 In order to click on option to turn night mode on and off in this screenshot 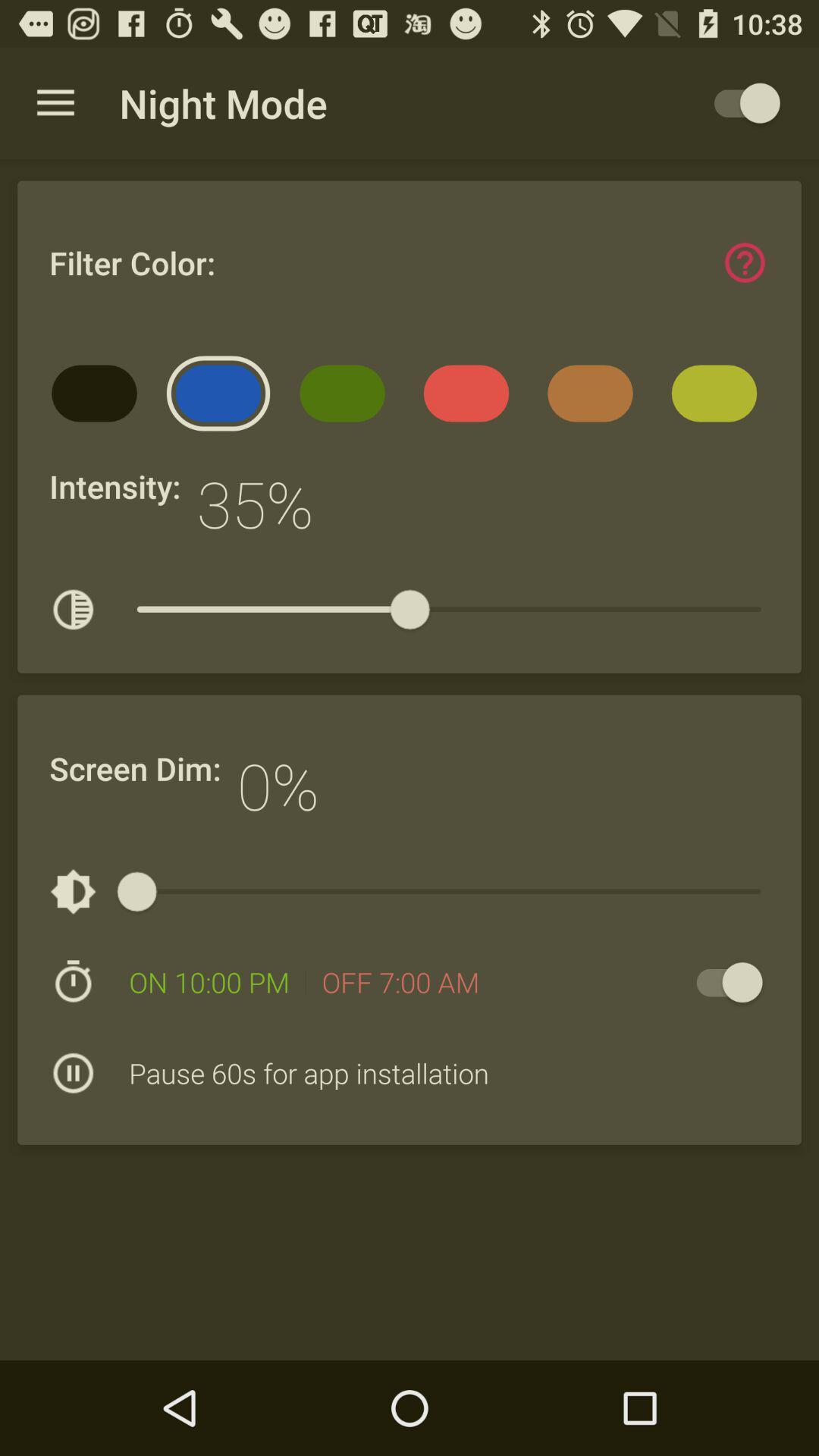, I will do `click(721, 982)`.